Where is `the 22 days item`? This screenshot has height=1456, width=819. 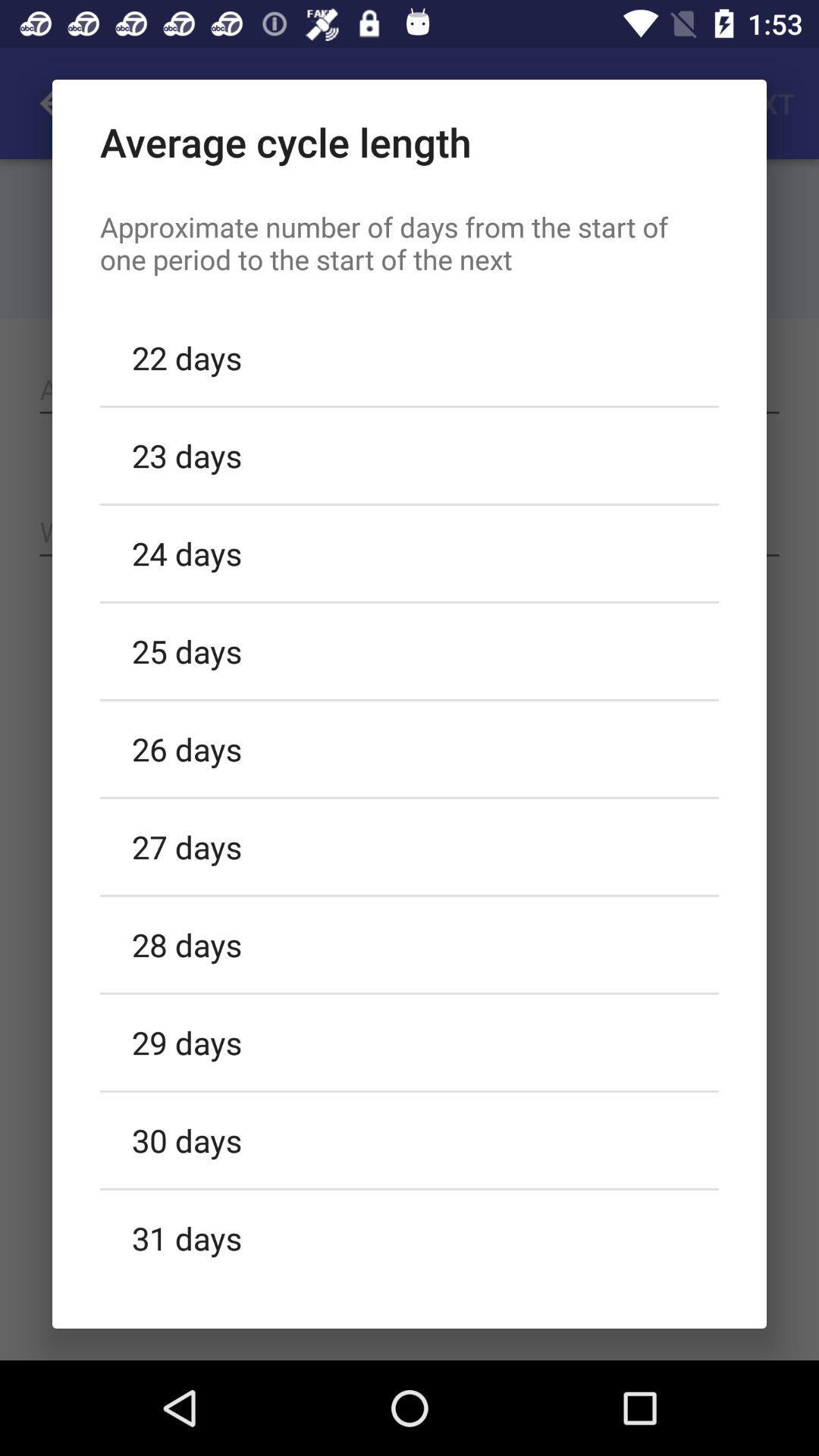 the 22 days item is located at coordinates (409, 356).